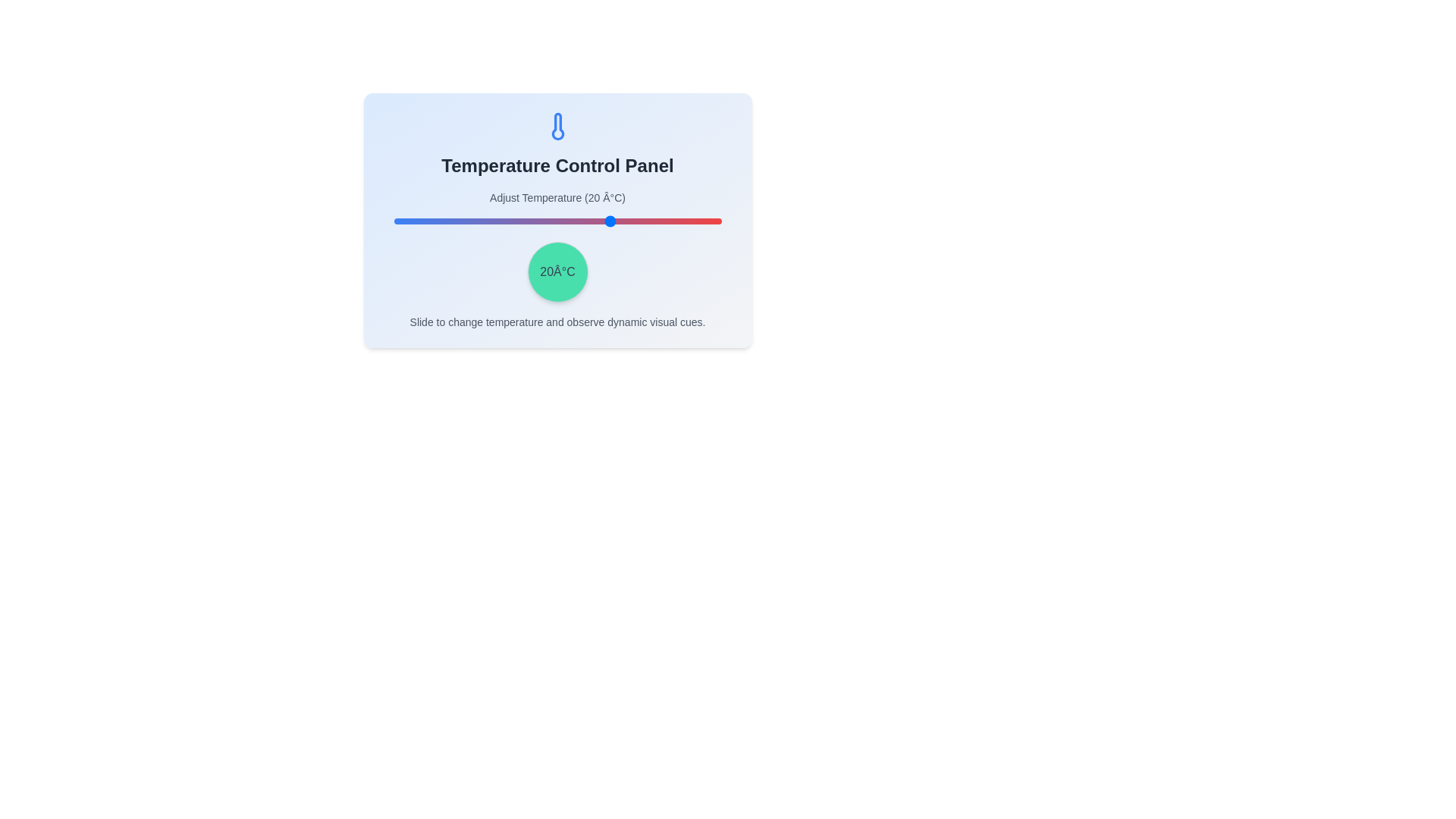  What do you see at coordinates (663, 221) in the screenshot?
I see `the temperature to 34°C using the slider` at bounding box center [663, 221].